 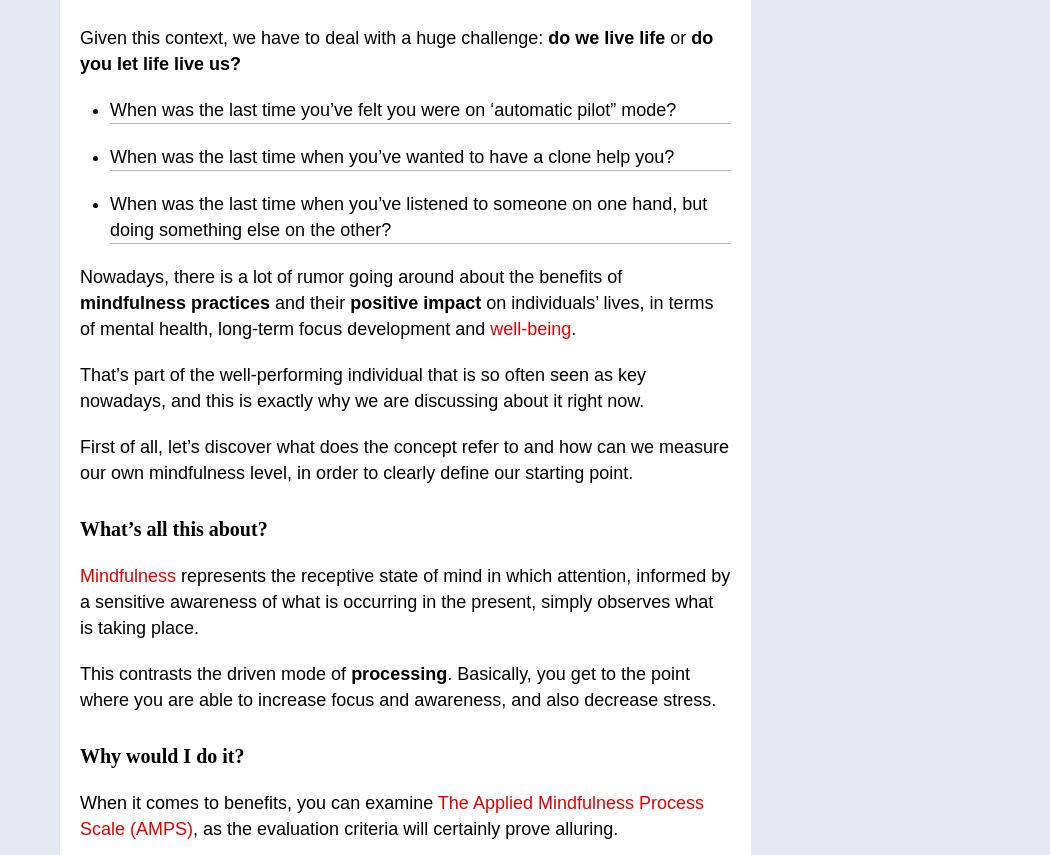 What do you see at coordinates (572, 329) in the screenshot?
I see `'.'` at bounding box center [572, 329].